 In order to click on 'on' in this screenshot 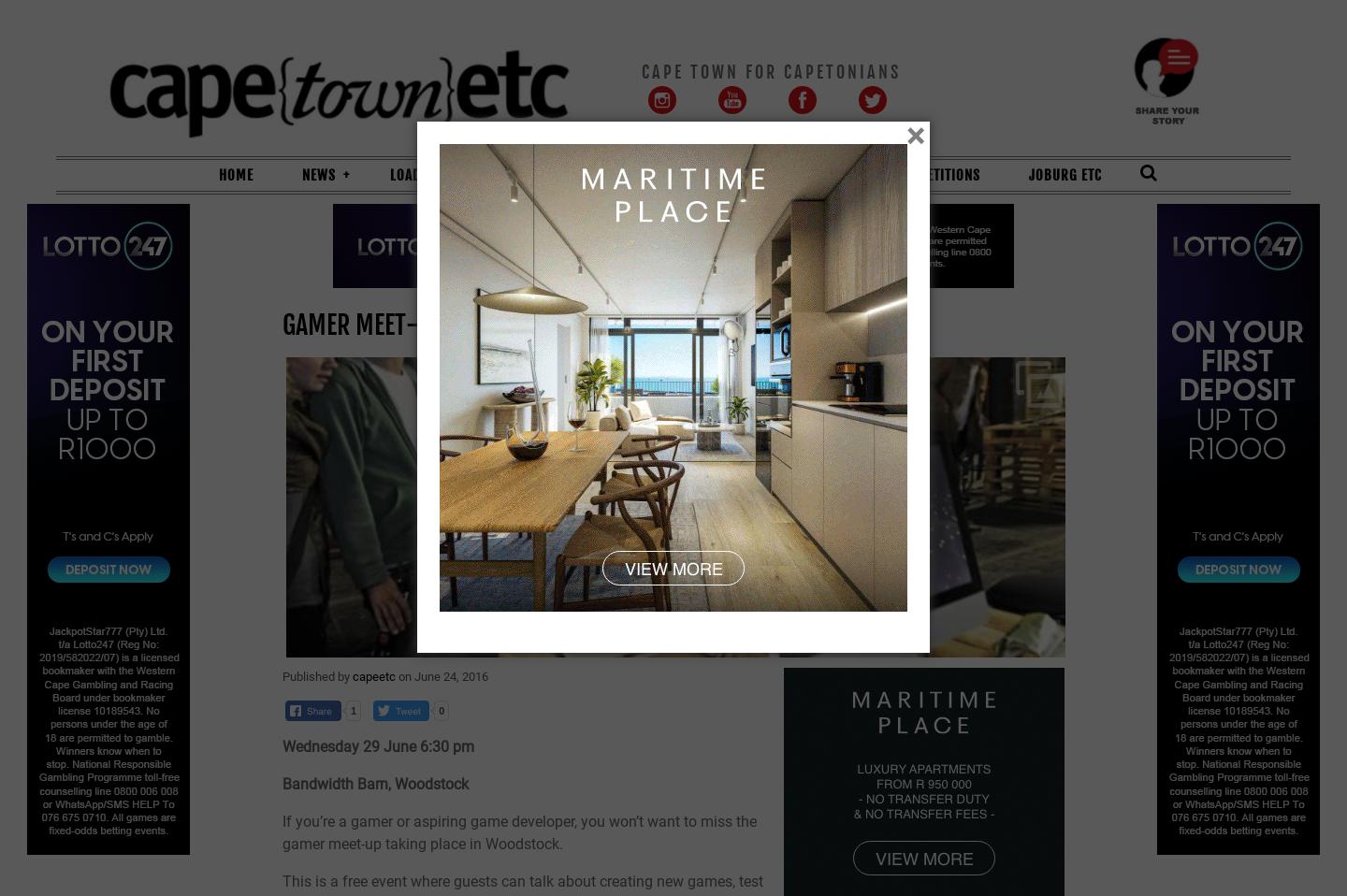, I will do `click(396, 676)`.